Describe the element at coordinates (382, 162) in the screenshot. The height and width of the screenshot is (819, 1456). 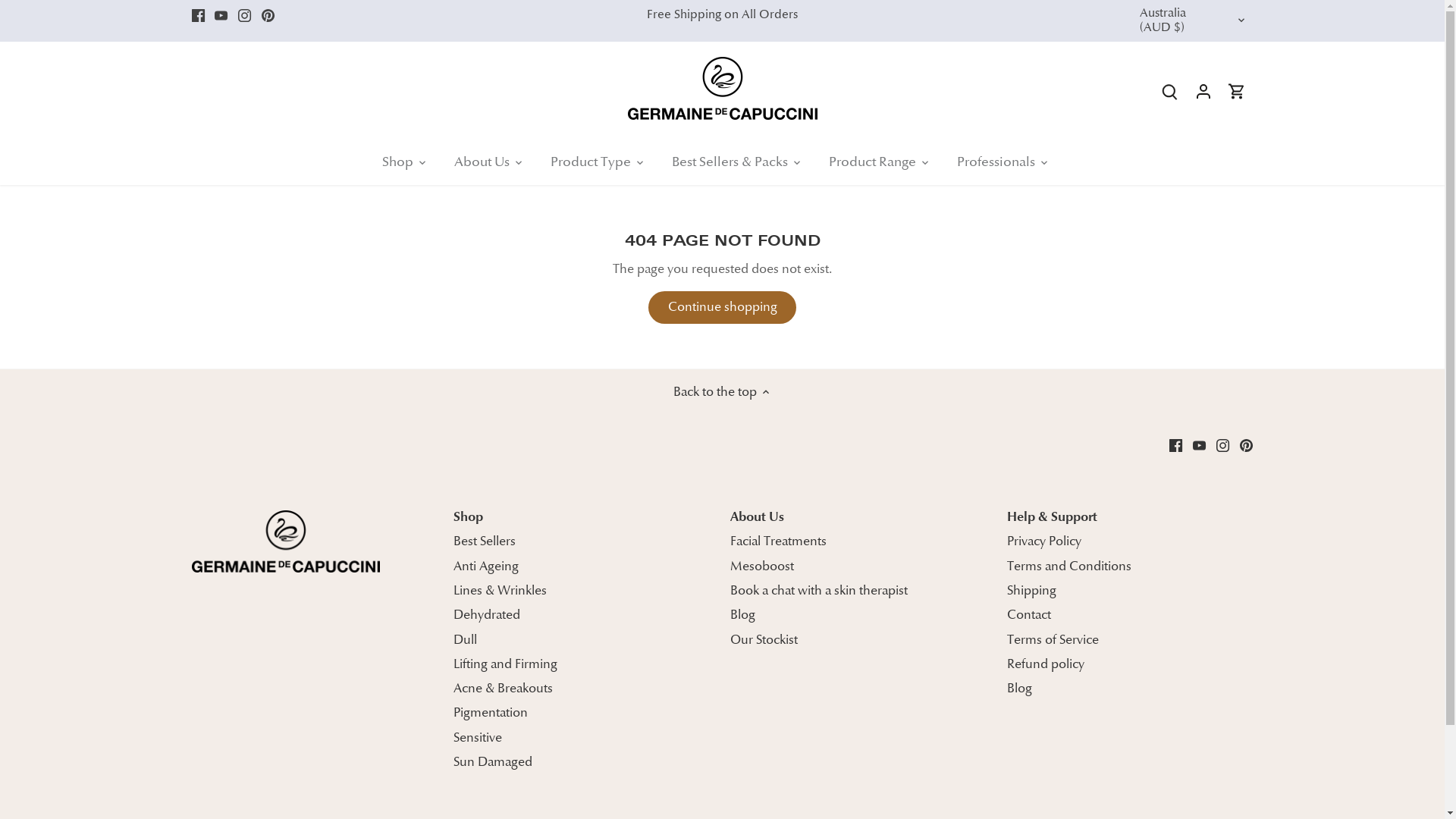
I see `'Shop'` at that location.